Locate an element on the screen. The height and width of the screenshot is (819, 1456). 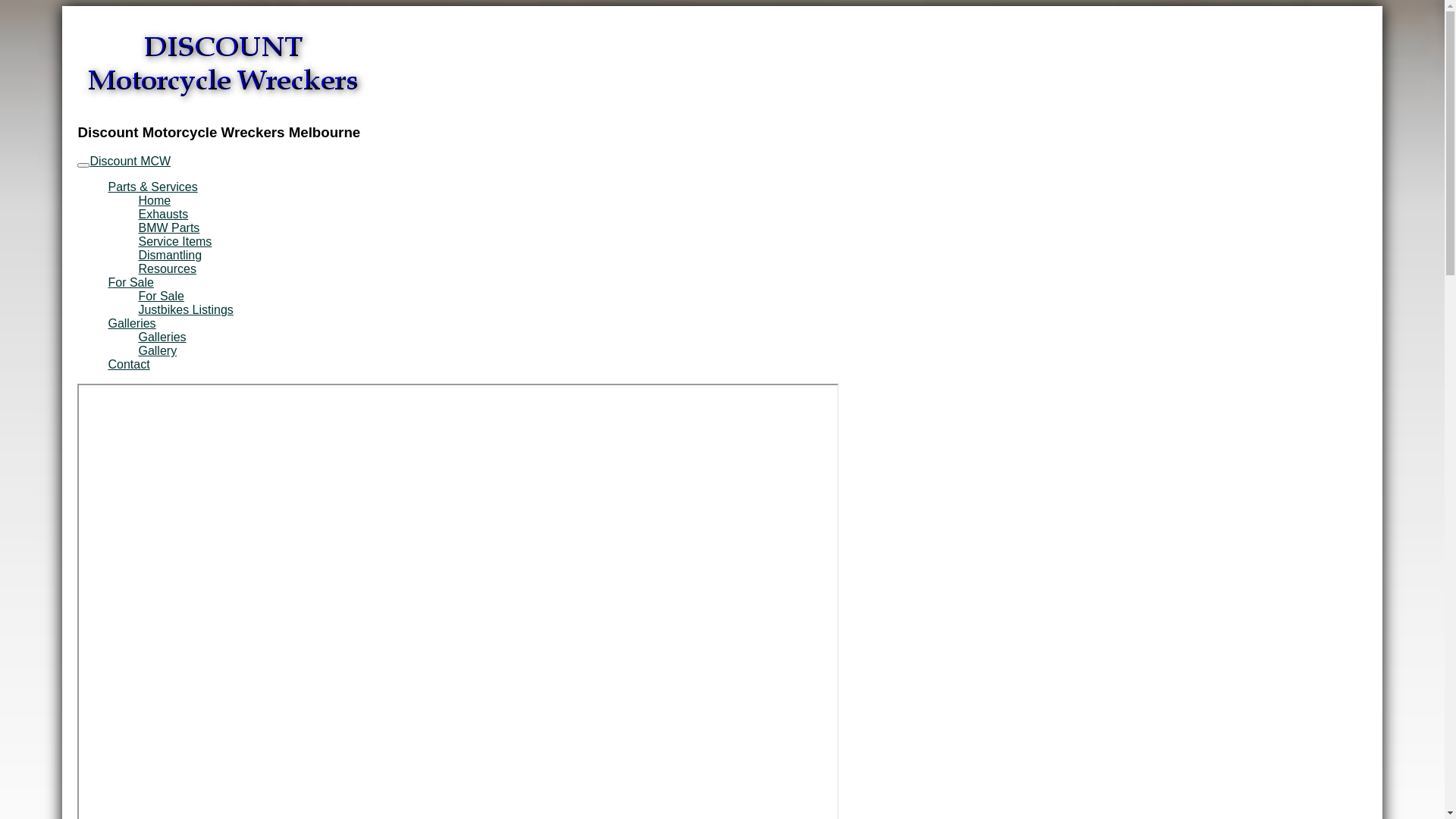
'Discount MCW' is located at coordinates (130, 161).